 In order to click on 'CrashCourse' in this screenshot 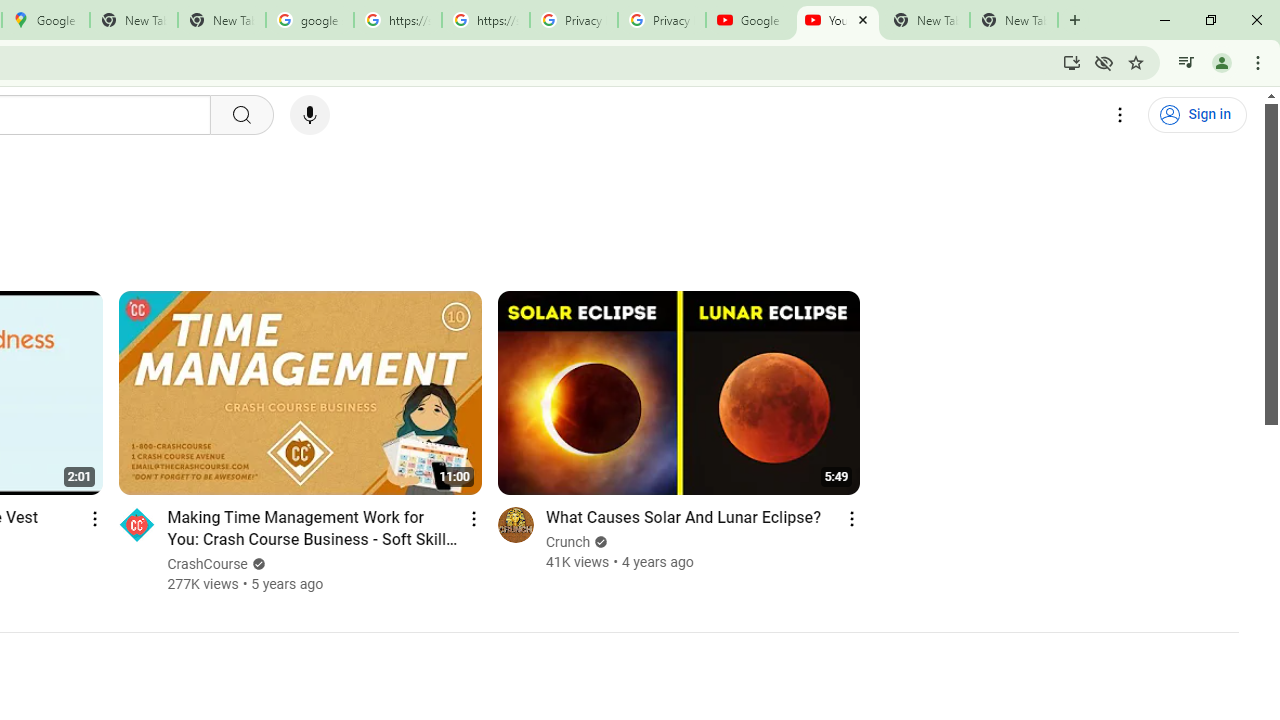, I will do `click(208, 564)`.